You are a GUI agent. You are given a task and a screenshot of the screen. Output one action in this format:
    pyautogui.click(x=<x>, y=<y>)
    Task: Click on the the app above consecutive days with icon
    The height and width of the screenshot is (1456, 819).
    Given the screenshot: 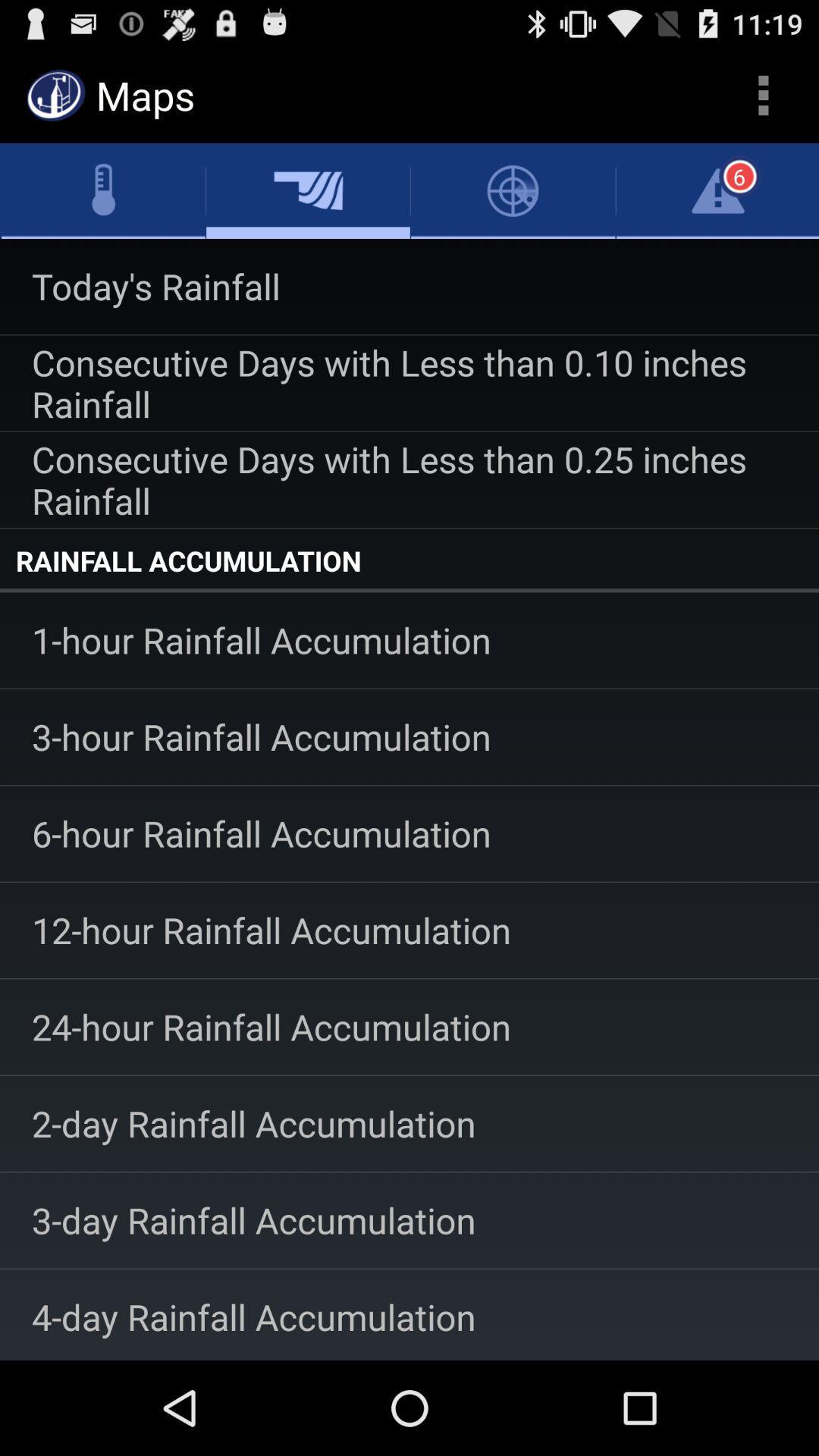 What is the action you would take?
    pyautogui.click(x=409, y=287)
    